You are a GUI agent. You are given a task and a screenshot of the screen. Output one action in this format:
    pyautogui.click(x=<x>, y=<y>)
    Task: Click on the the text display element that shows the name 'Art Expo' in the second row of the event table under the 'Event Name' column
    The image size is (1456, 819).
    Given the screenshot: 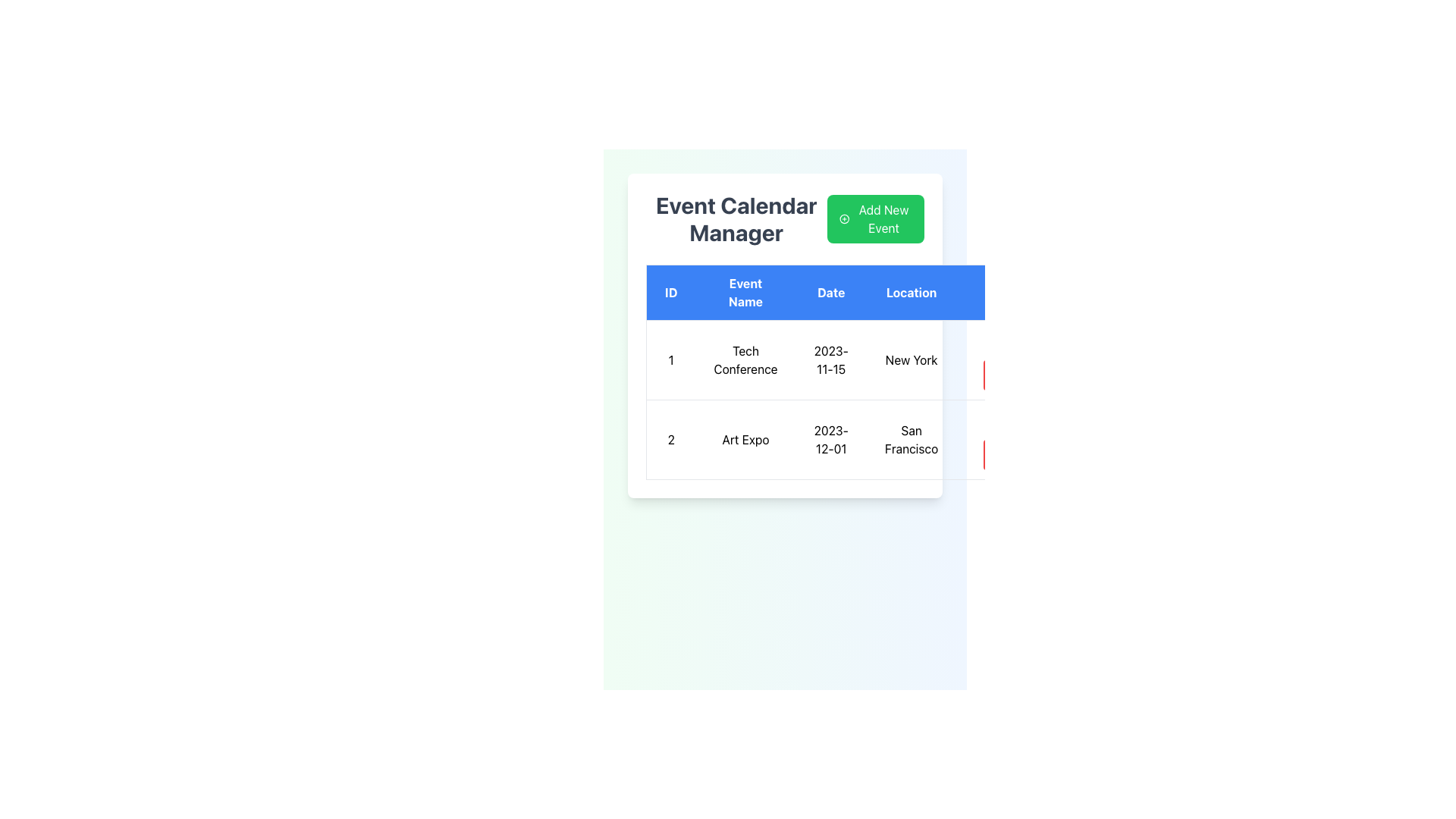 What is the action you would take?
    pyautogui.click(x=745, y=439)
    